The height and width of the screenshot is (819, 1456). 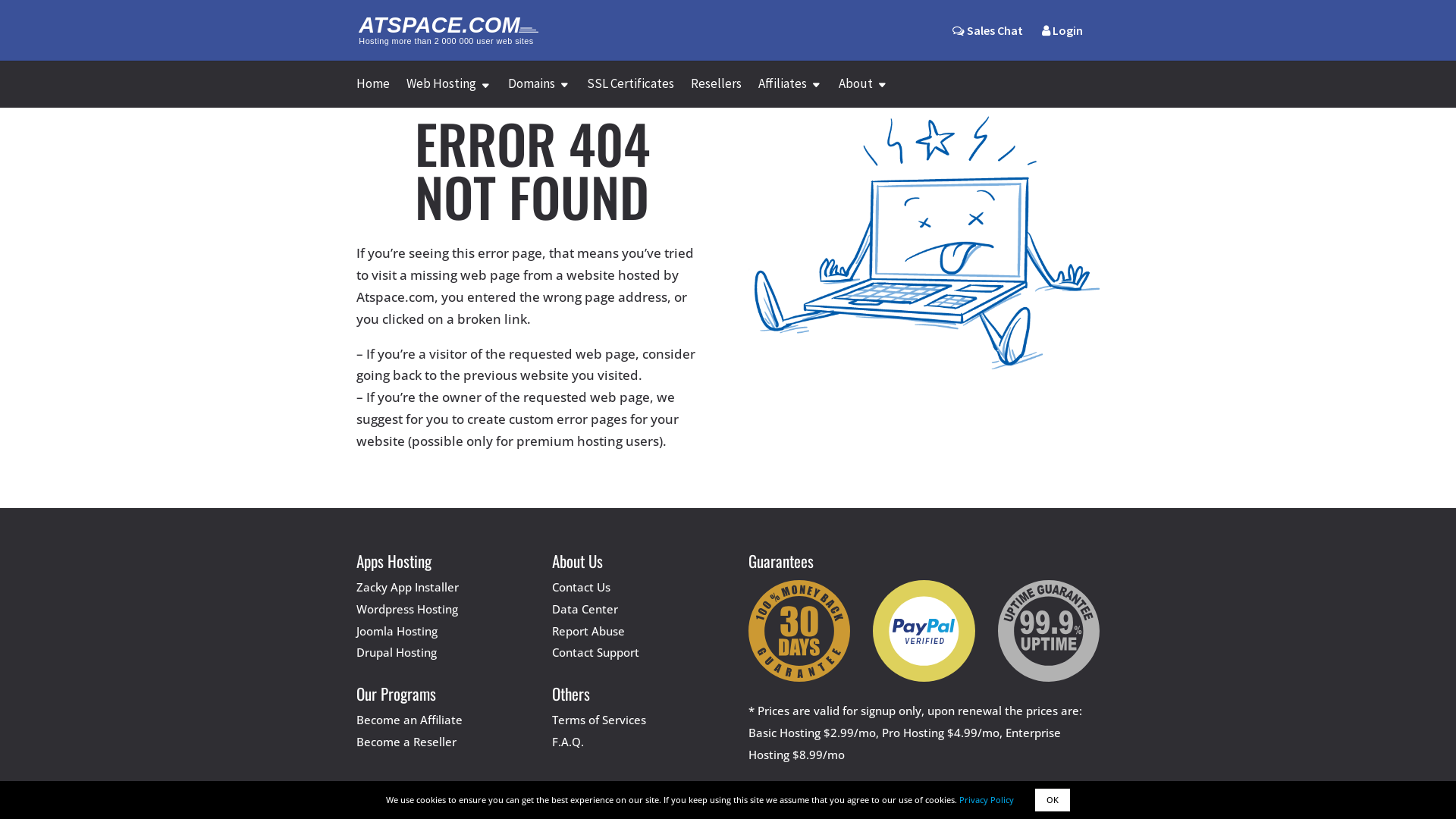 I want to click on 'Terms of Services', so click(x=598, y=718).